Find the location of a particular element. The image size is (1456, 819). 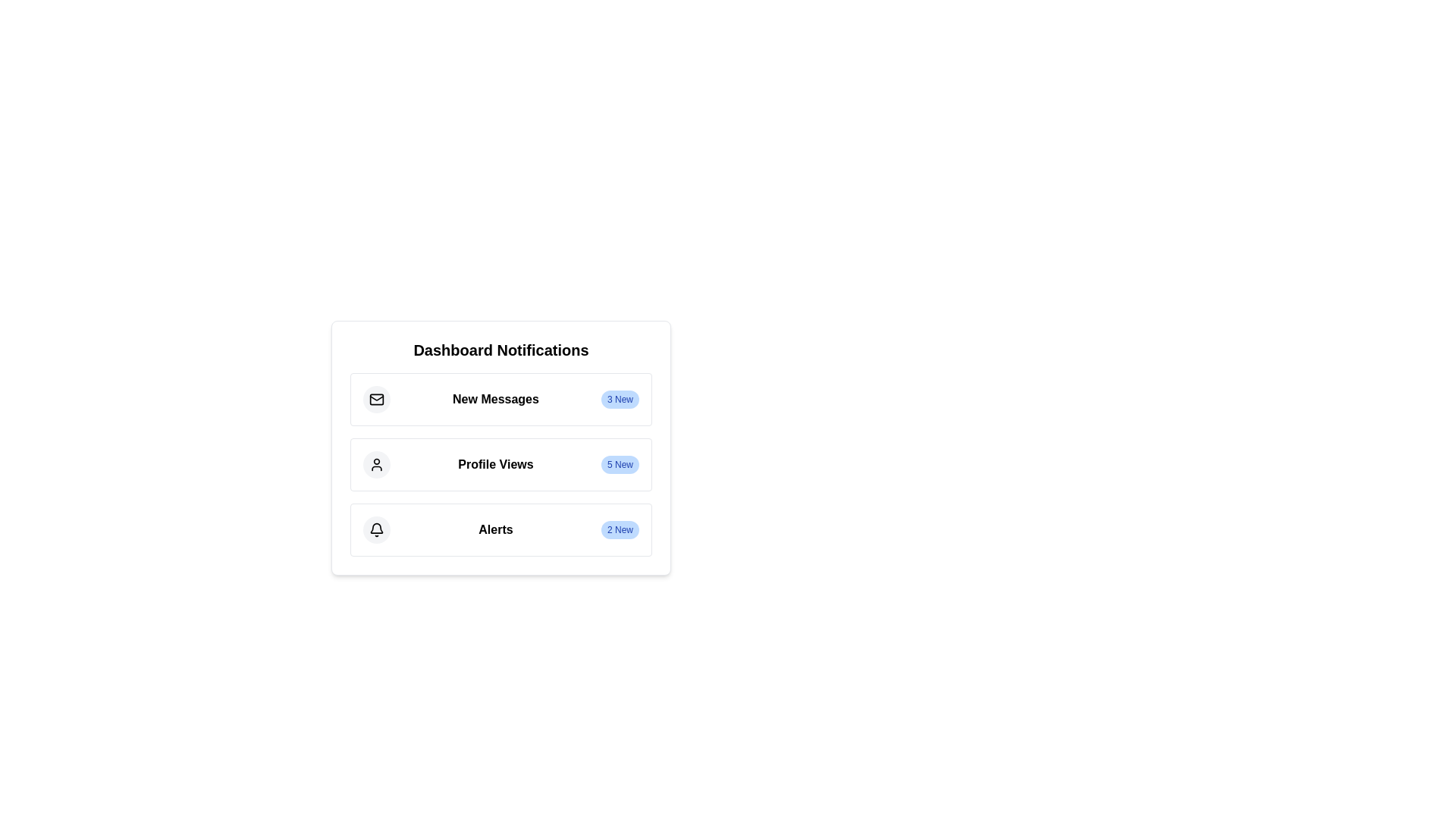

the text label for the notification category 'Alerts' is located at coordinates (495, 529).